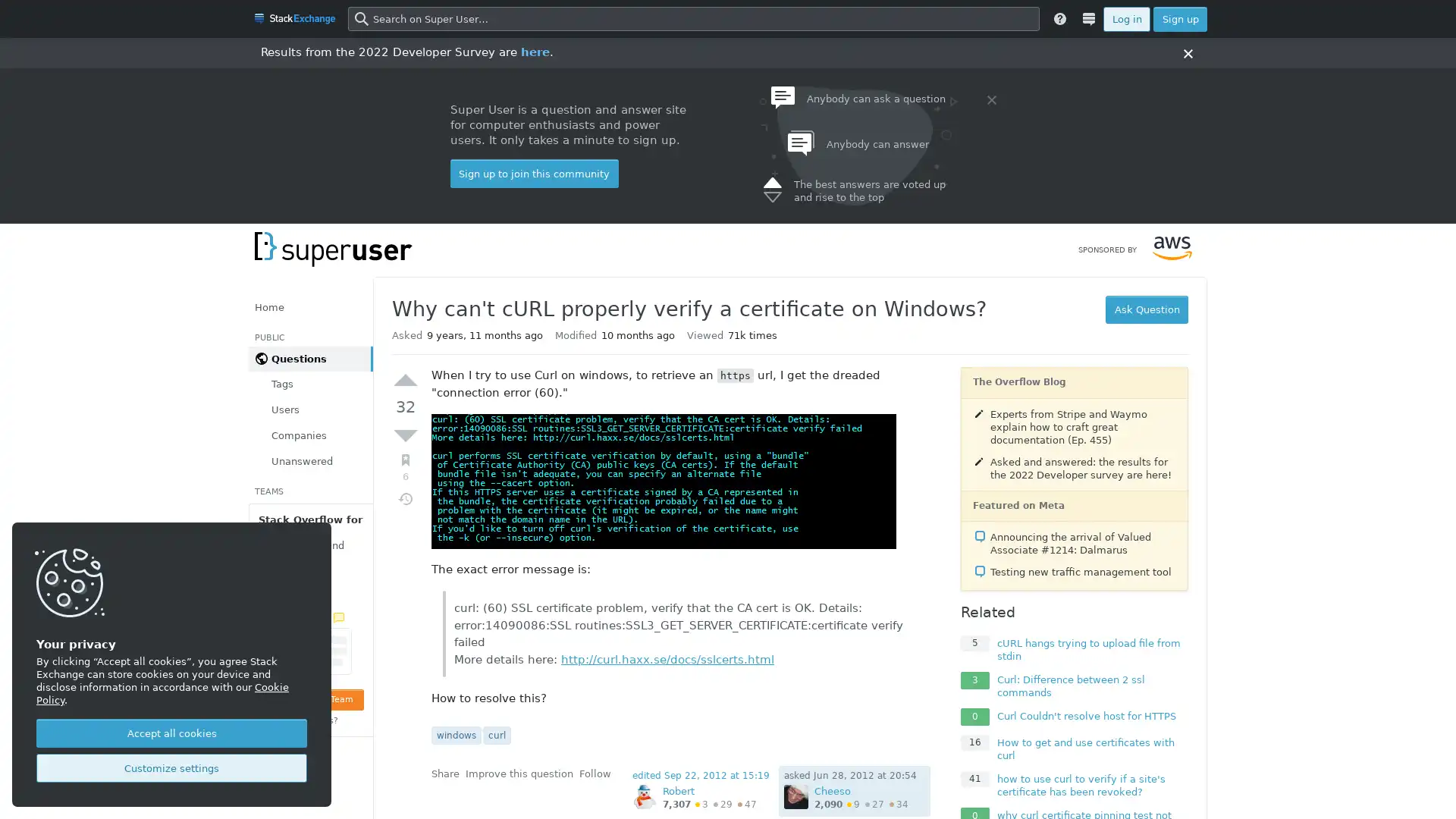  Describe the element at coordinates (405, 466) in the screenshot. I see `Bookmark (6)` at that location.